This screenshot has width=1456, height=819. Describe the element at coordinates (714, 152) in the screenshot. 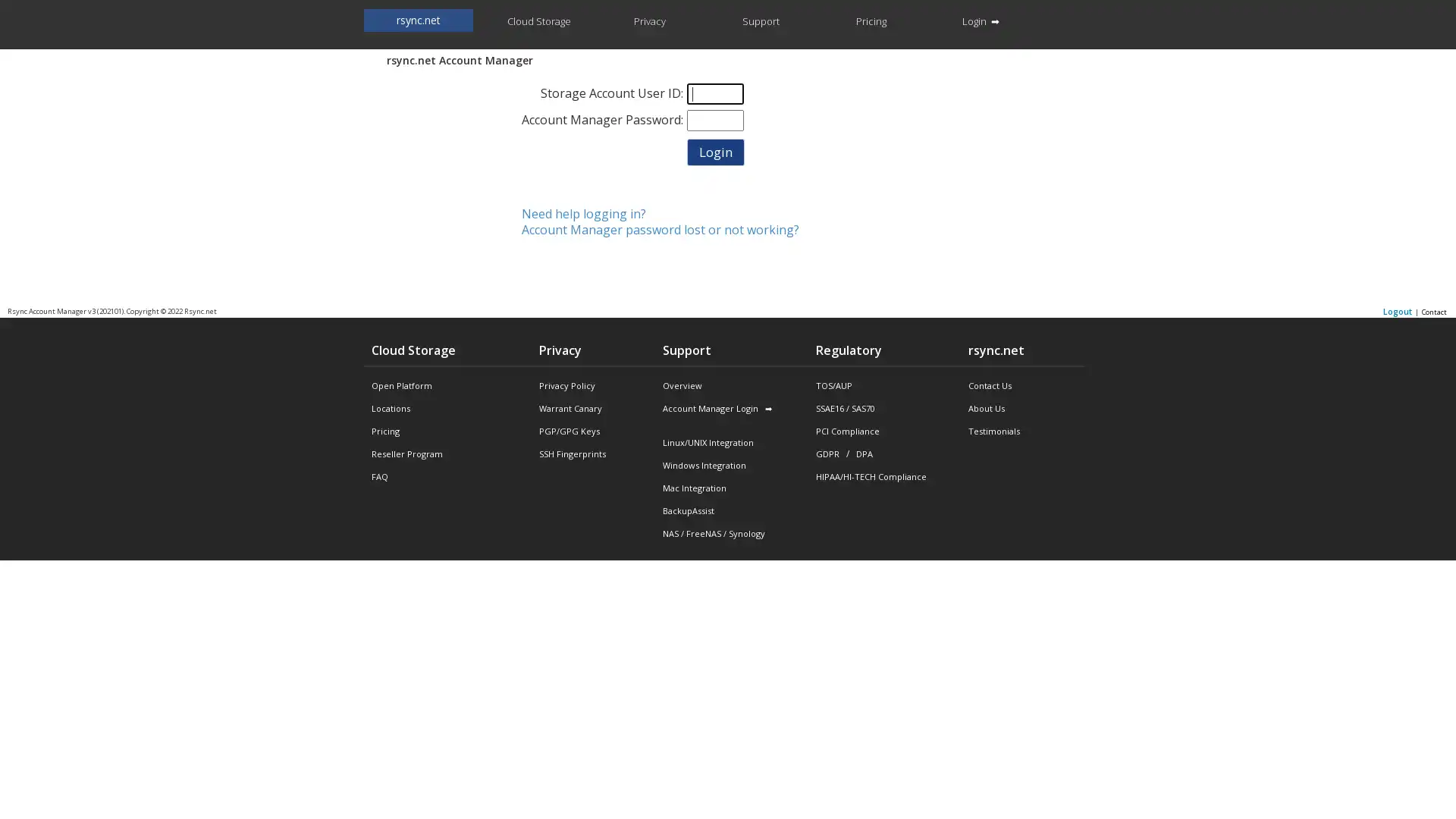

I see `Login` at that location.